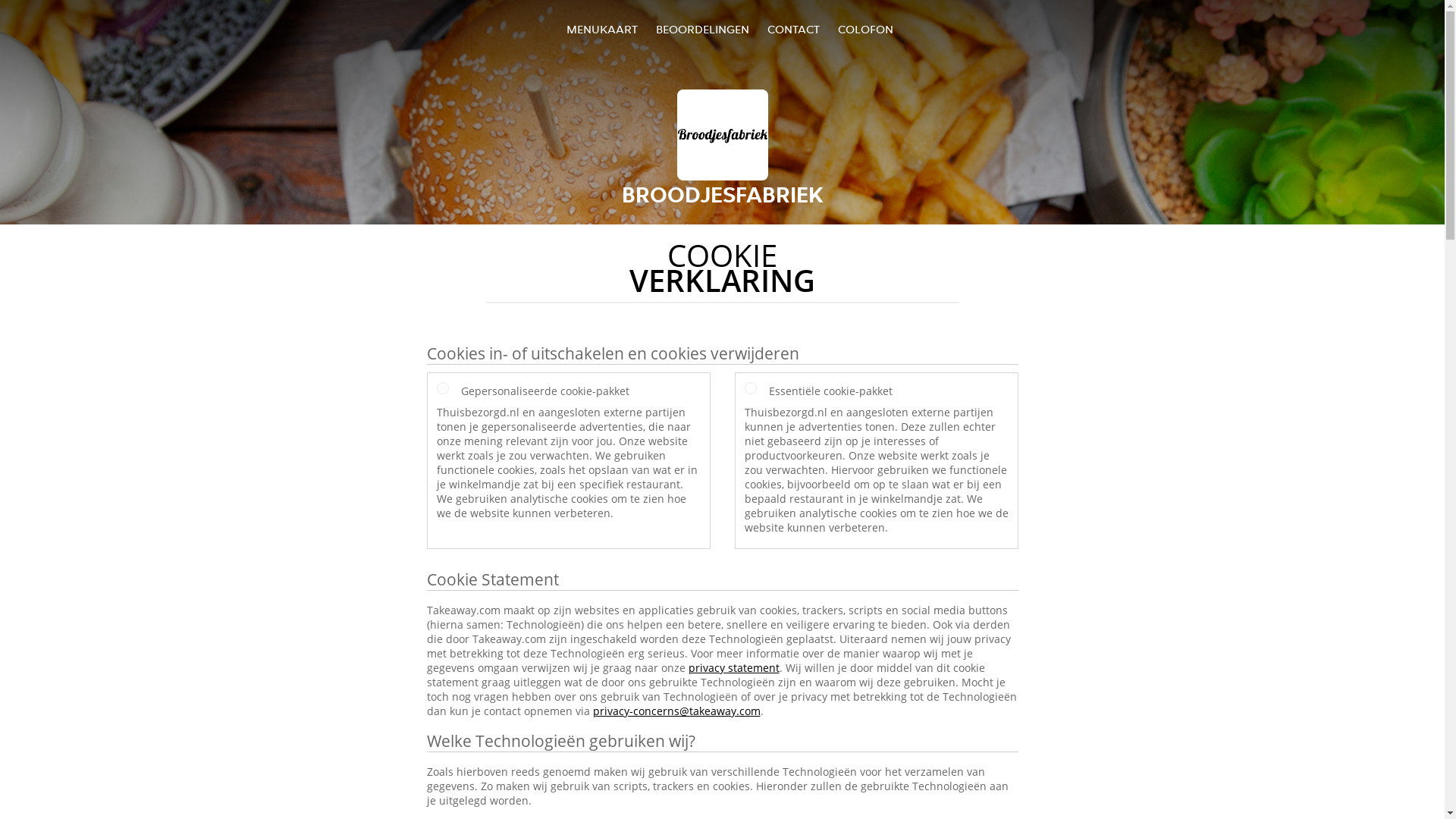 The height and width of the screenshot is (819, 1456). What do you see at coordinates (734, 667) in the screenshot?
I see `'privacy statement'` at bounding box center [734, 667].